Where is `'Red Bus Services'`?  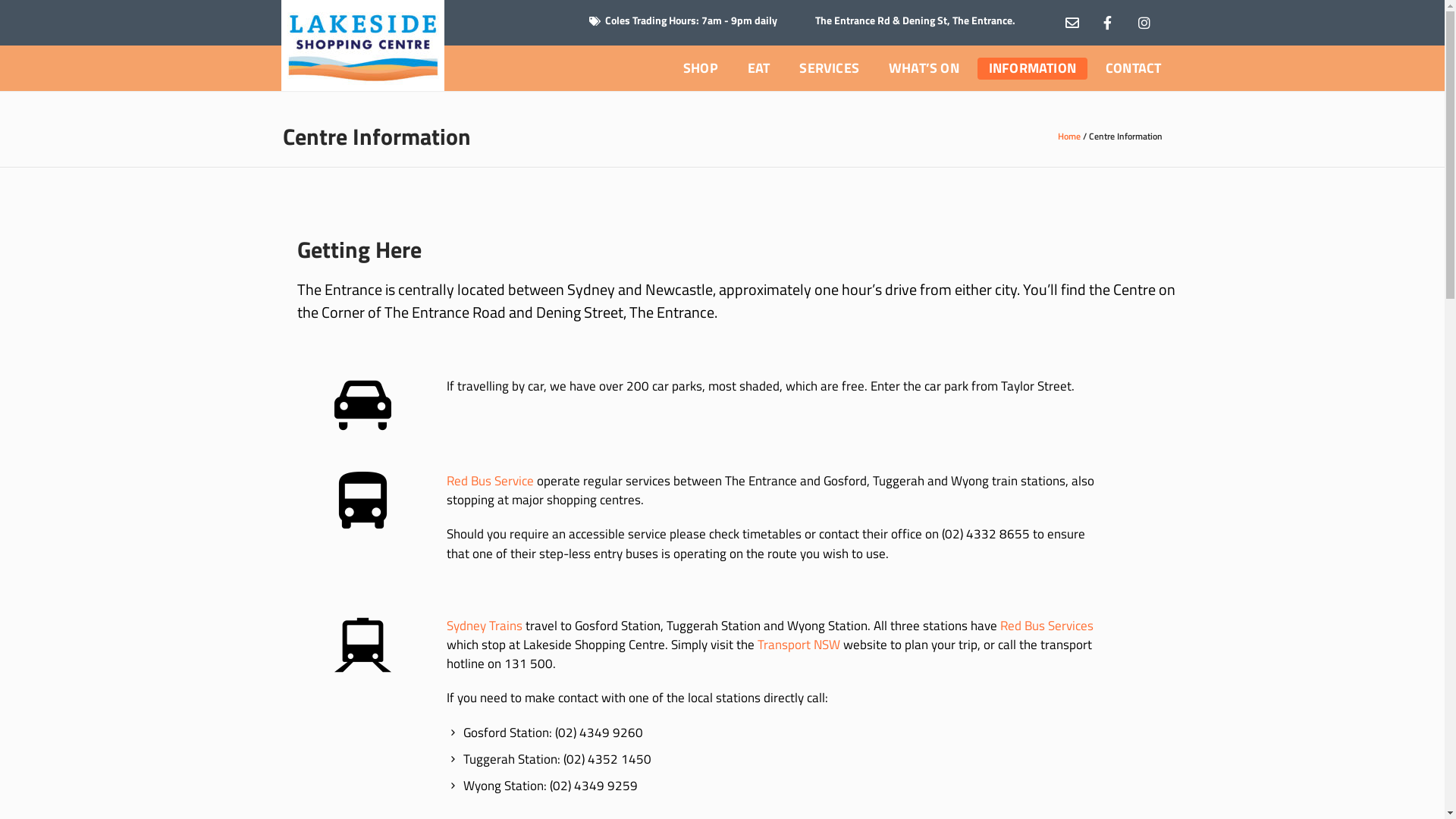 'Red Bus Services' is located at coordinates (1046, 626).